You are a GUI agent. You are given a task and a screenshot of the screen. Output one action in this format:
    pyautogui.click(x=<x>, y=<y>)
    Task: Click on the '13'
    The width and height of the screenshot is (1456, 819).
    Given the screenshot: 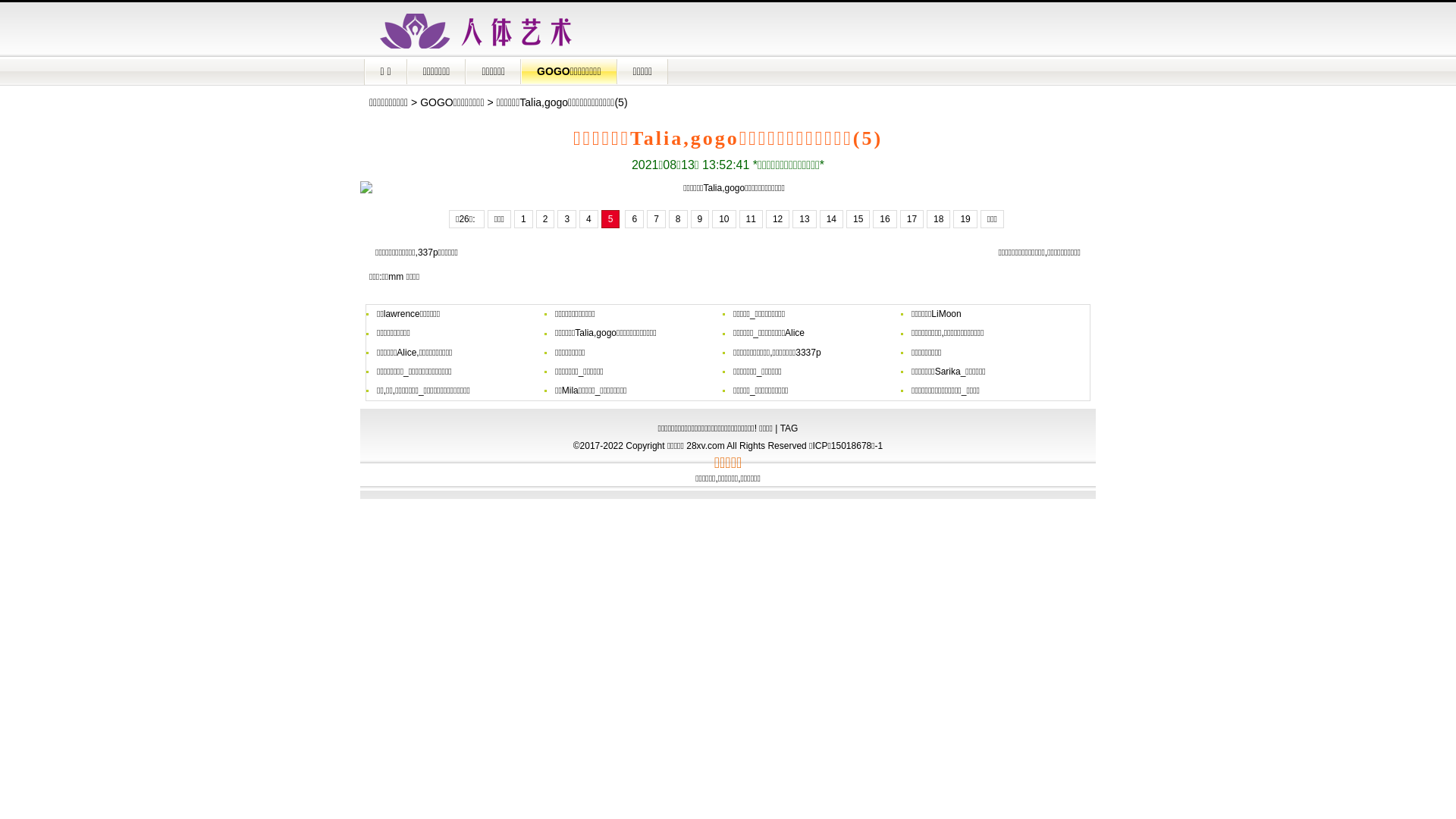 What is the action you would take?
    pyautogui.click(x=803, y=219)
    